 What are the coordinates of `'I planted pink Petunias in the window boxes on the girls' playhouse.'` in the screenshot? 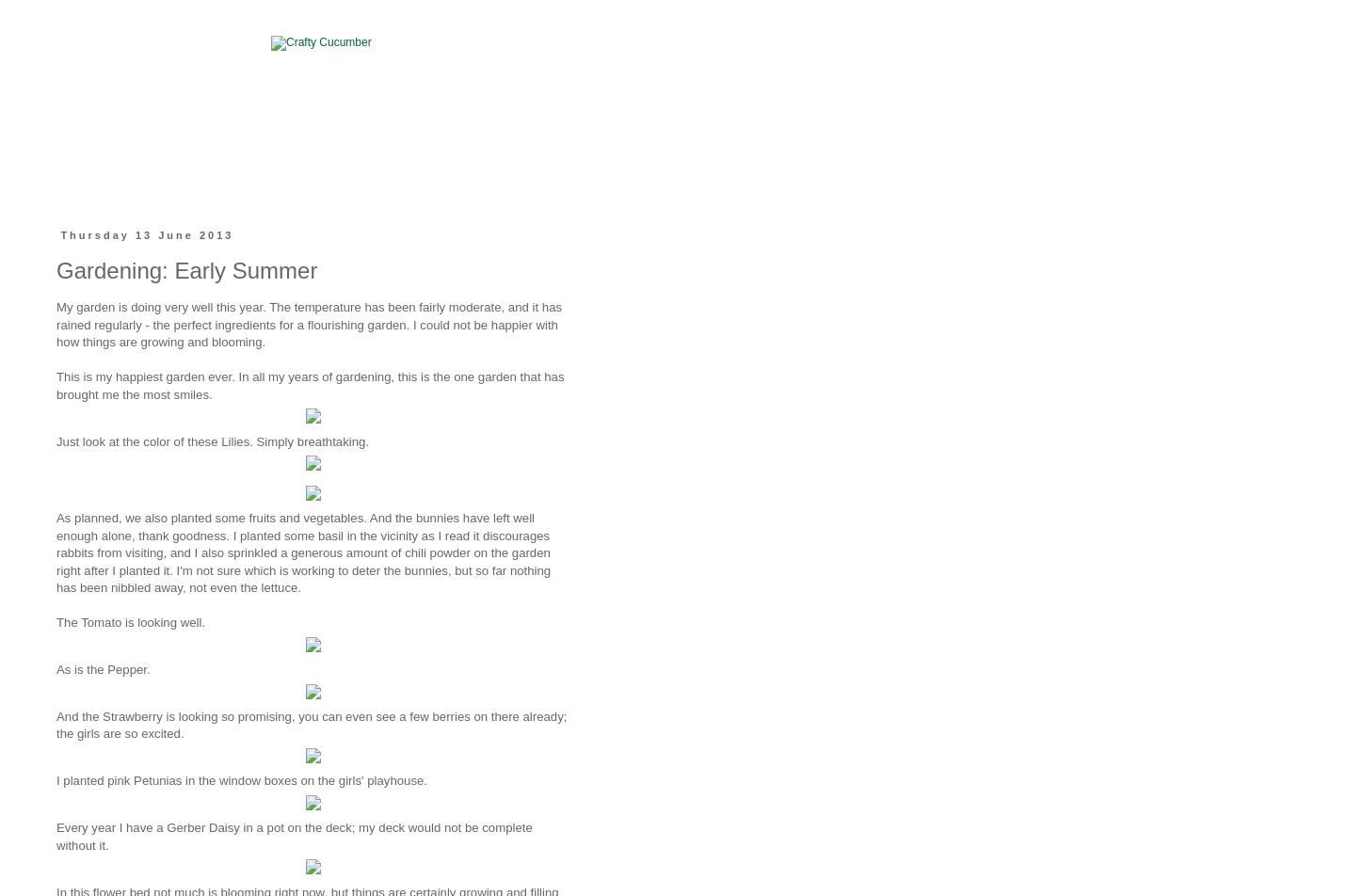 It's located at (242, 780).